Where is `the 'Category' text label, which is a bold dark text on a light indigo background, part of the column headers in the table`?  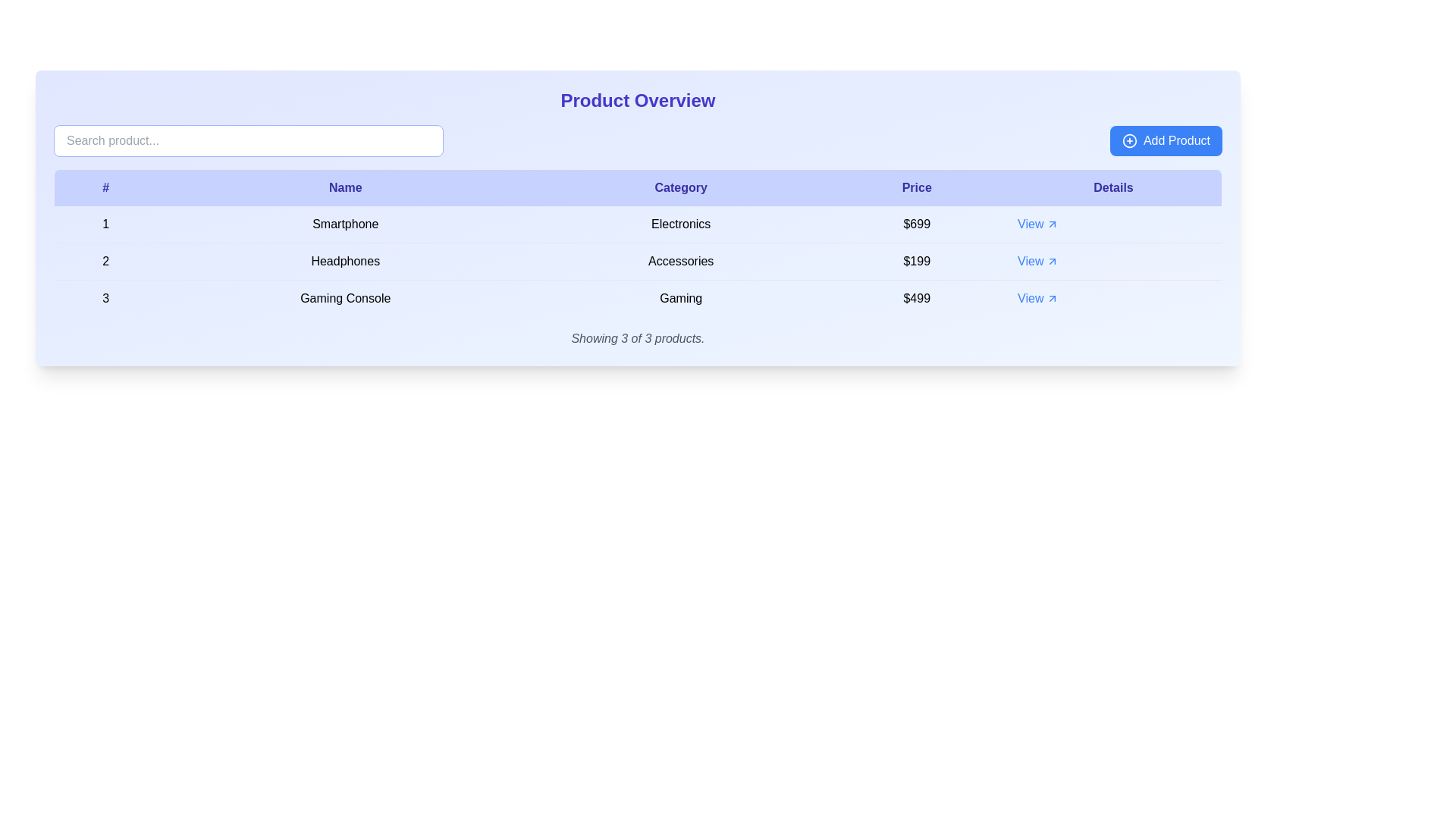
the 'Category' text label, which is a bold dark text on a light indigo background, part of the column headers in the table is located at coordinates (680, 187).